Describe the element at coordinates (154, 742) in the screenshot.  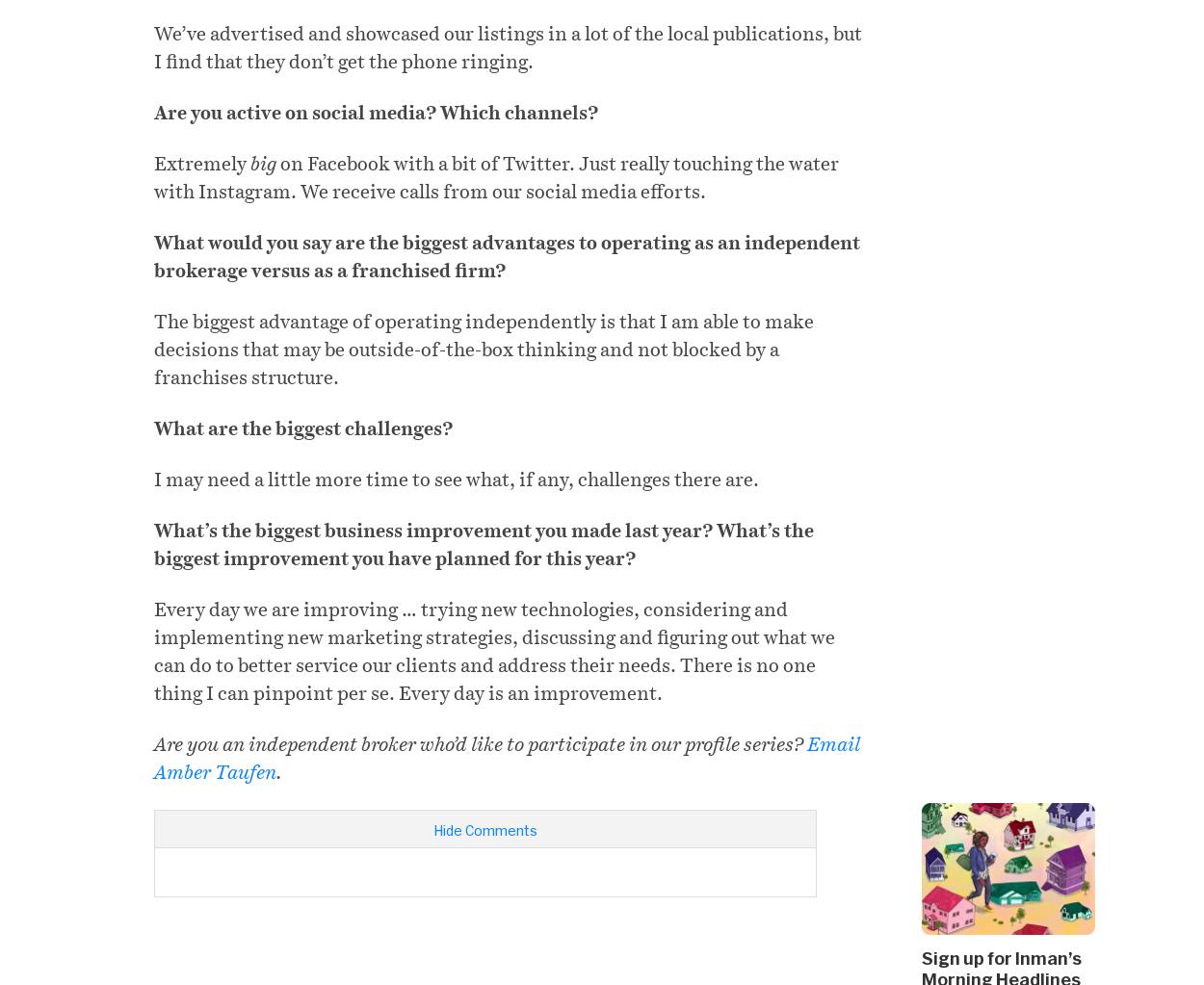
I see `'Are you an independent broker who’d like to participate in our profile series?'` at that location.